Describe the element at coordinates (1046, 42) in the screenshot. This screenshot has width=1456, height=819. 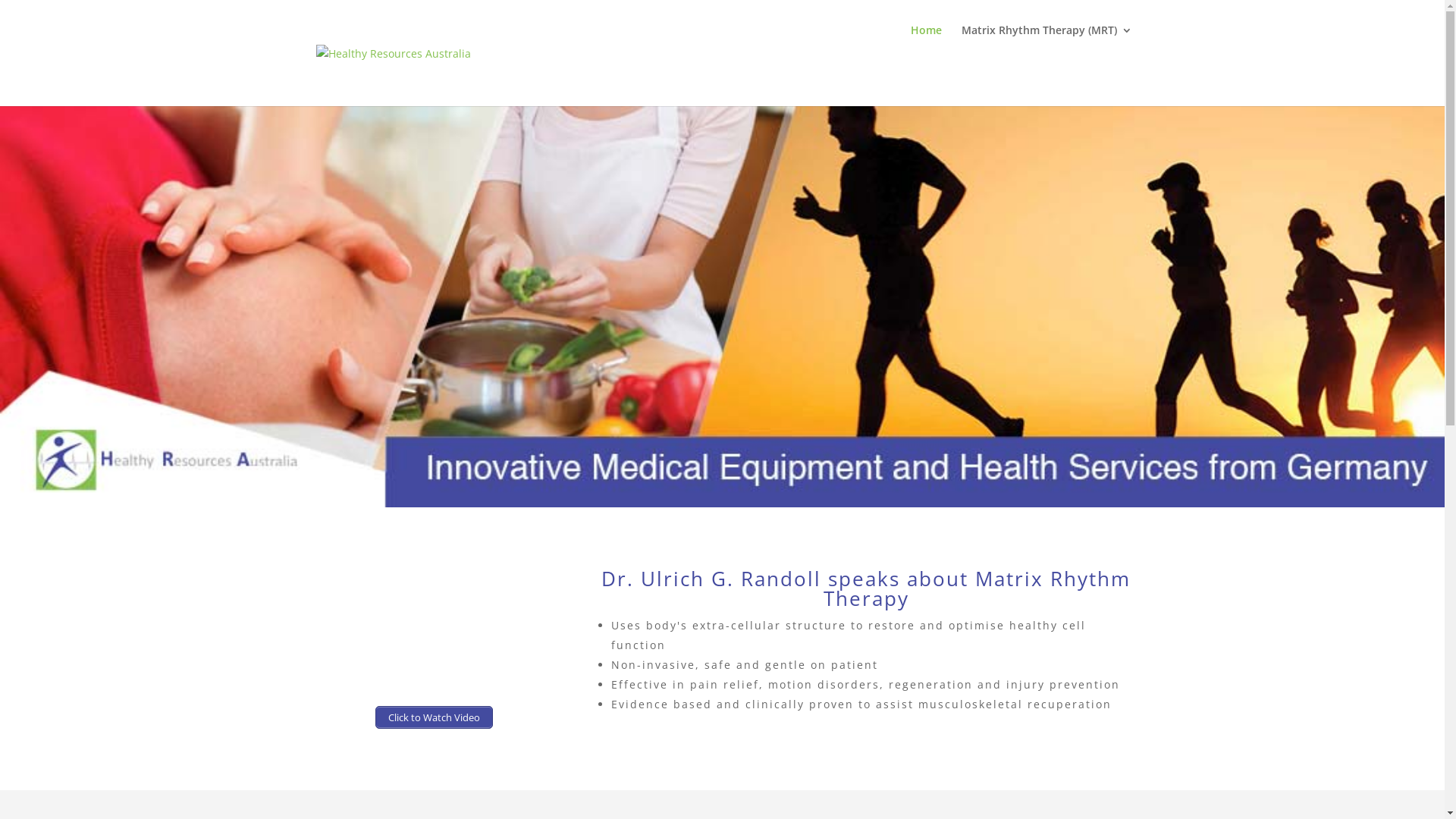
I see `'Matrix Rhythm Therapy (MRT)'` at that location.